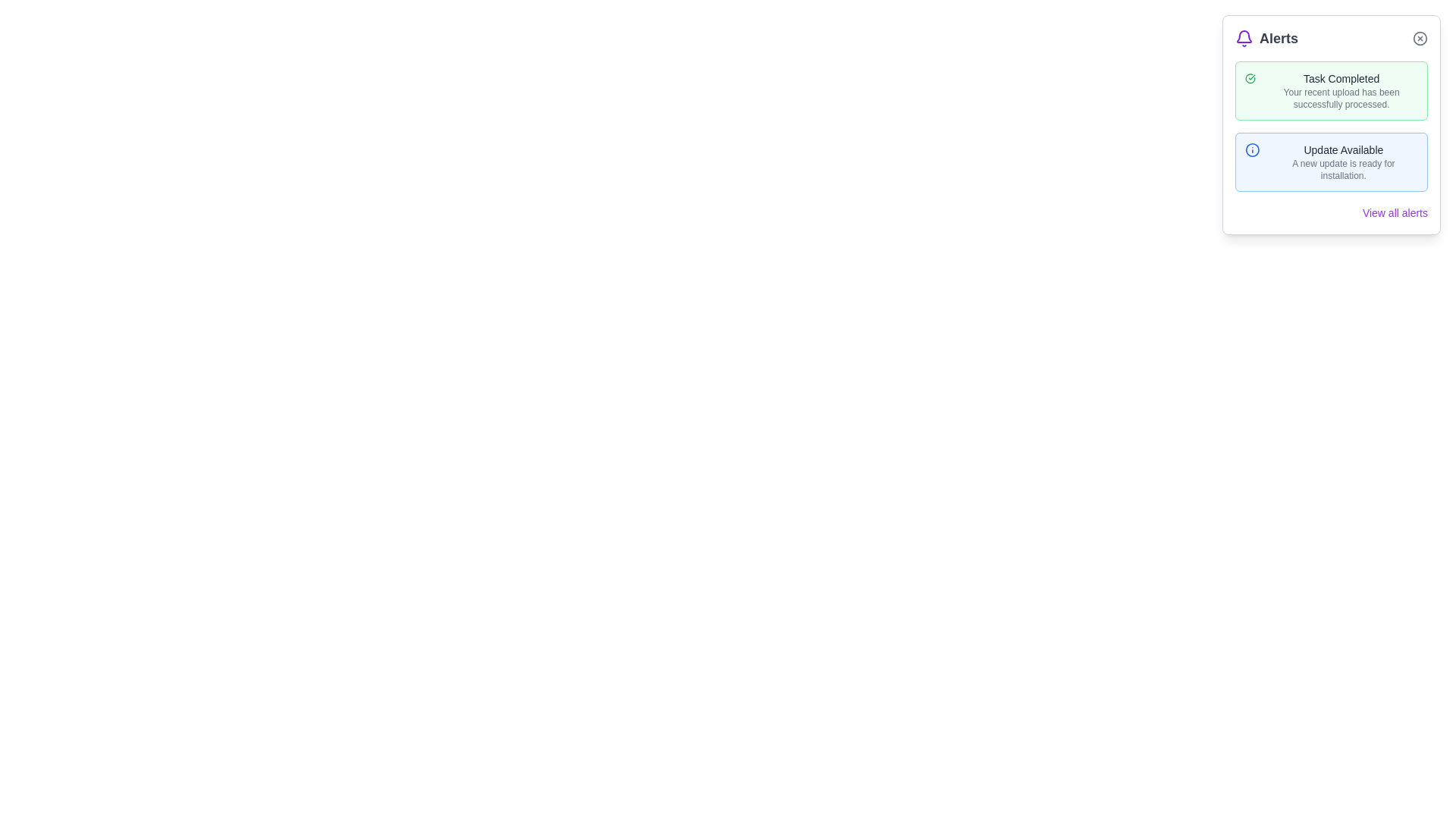 This screenshot has width=1456, height=819. What do you see at coordinates (1343, 149) in the screenshot?
I see `the notification title text label in the 'Alerts' section, which provides a summary of an available update` at bounding box center [1343, 149].